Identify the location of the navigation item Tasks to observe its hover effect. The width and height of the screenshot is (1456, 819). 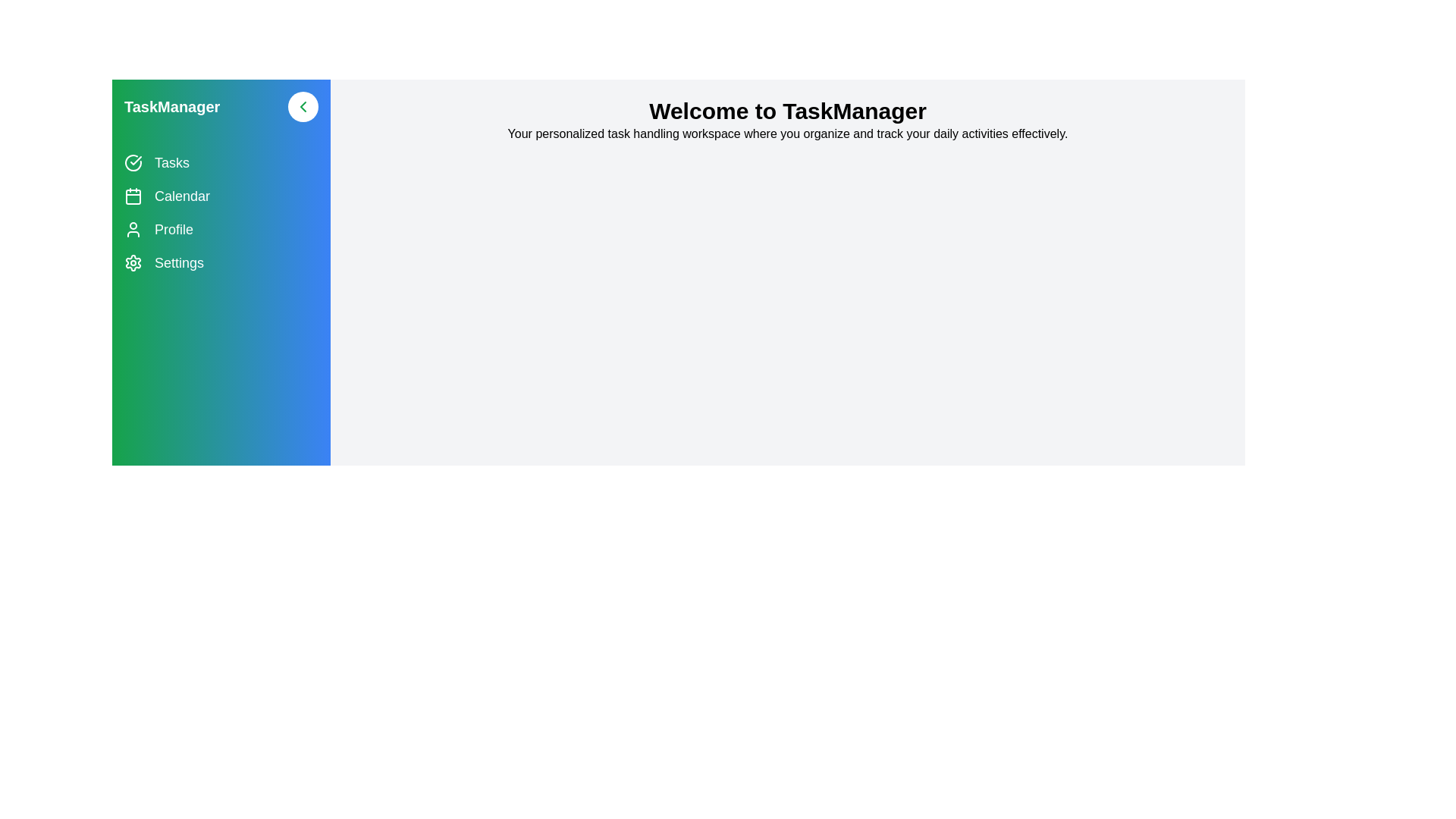
(221, 163).